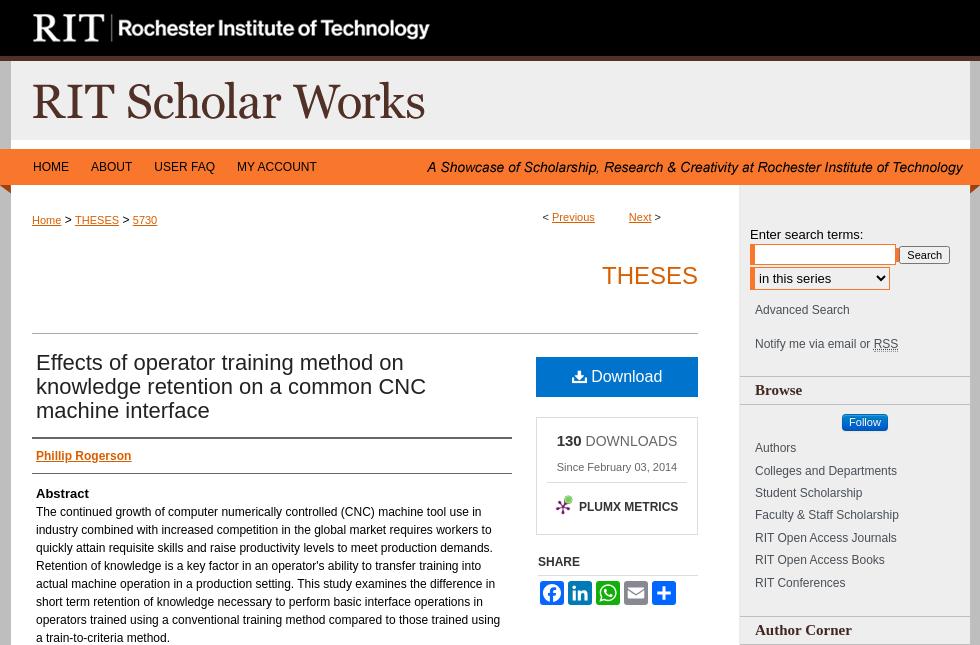 This screenshot has height=645, width=980. I want to click on 'Author Corner', so click(803, 629).